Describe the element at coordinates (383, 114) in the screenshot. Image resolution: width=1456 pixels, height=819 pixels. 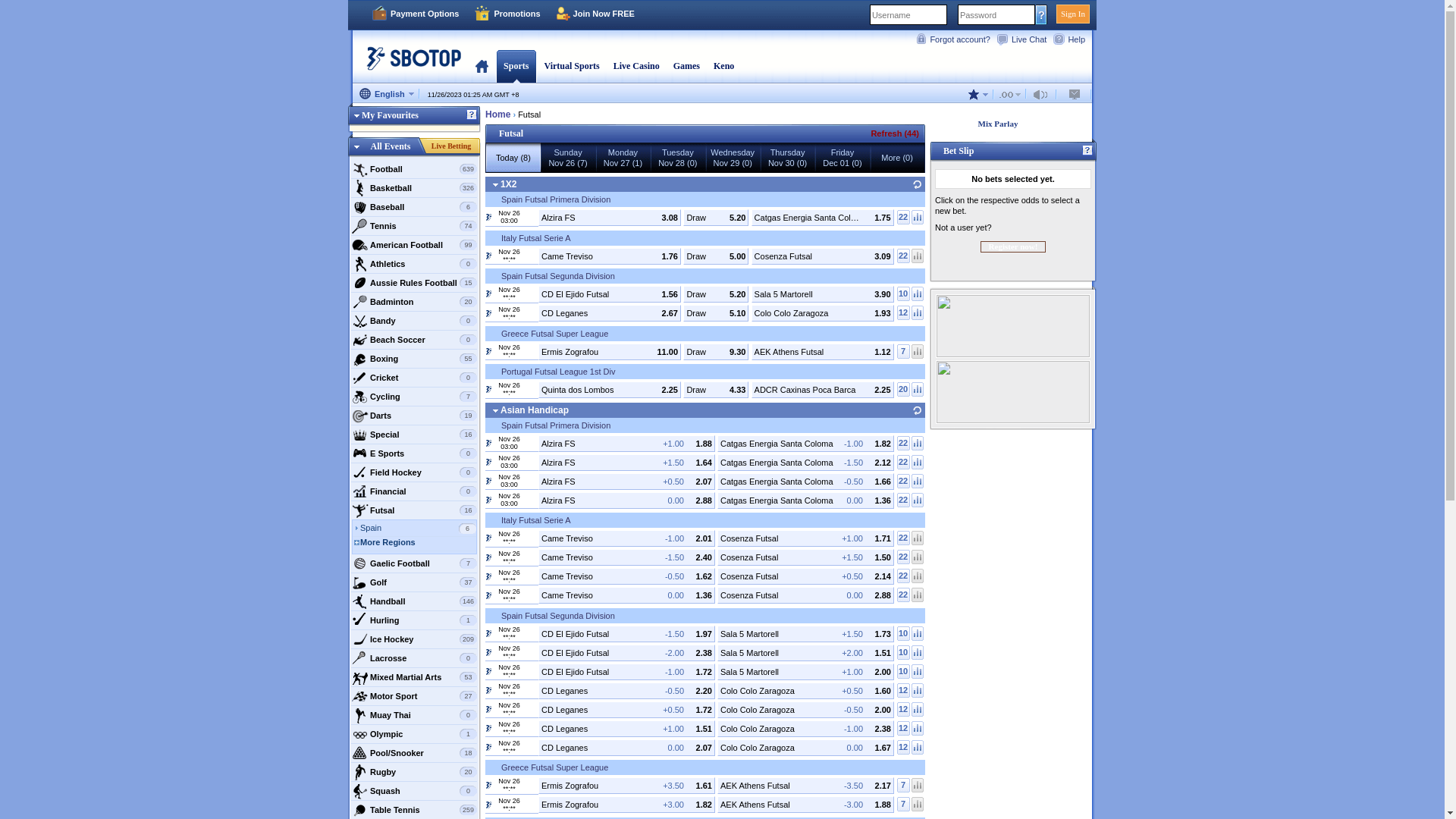
I see `'My Favourites'` at that location.